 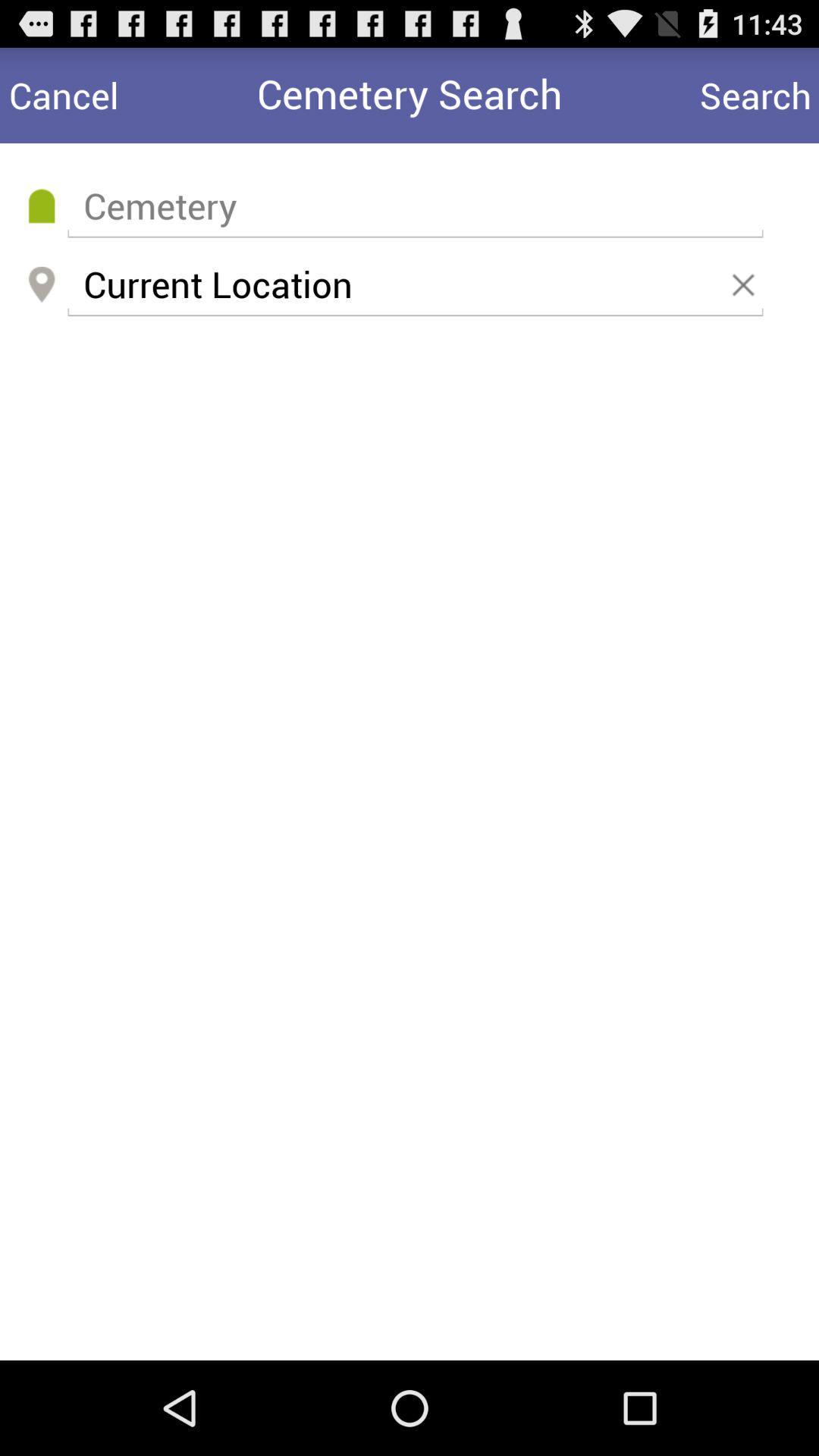 I want to click on icon next to the cemetery search app, so click(x=63, y=94).